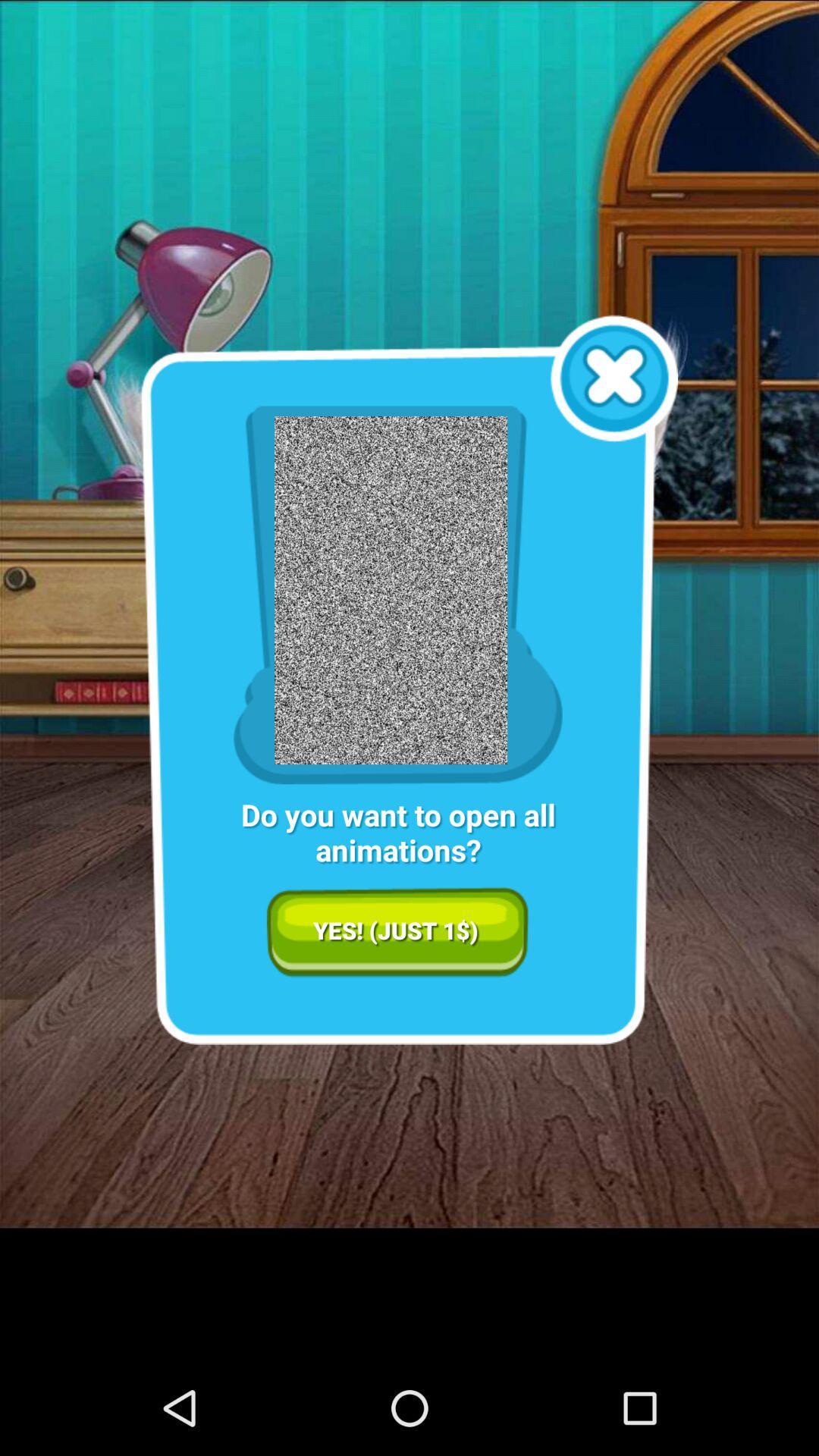  What do you see at coordinates (397, 931) in the screenshot?
I see `the app below do you want item` at bounding box center [397, 931].